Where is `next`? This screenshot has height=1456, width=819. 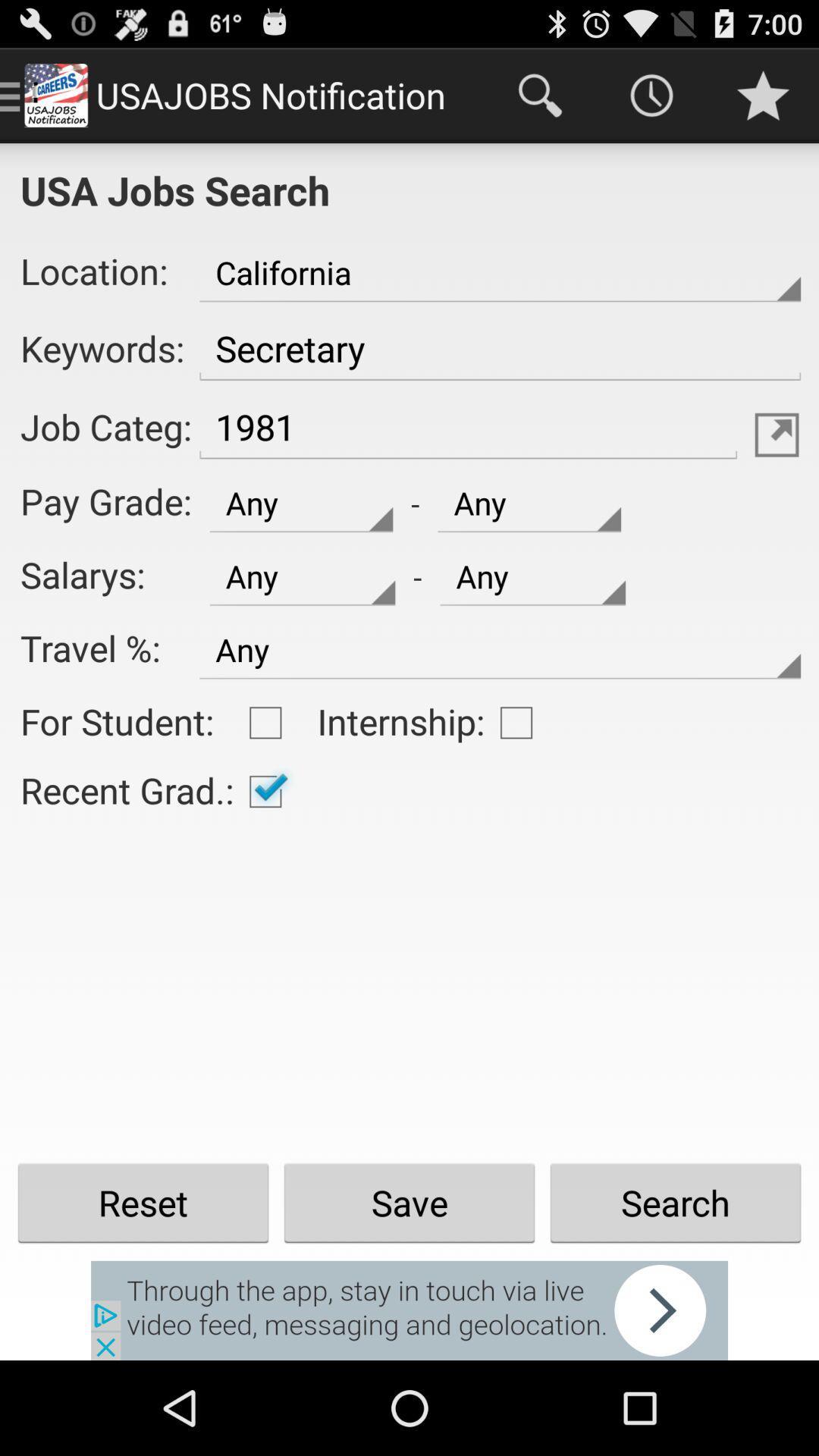 next is located at coordinates (409, 1310).